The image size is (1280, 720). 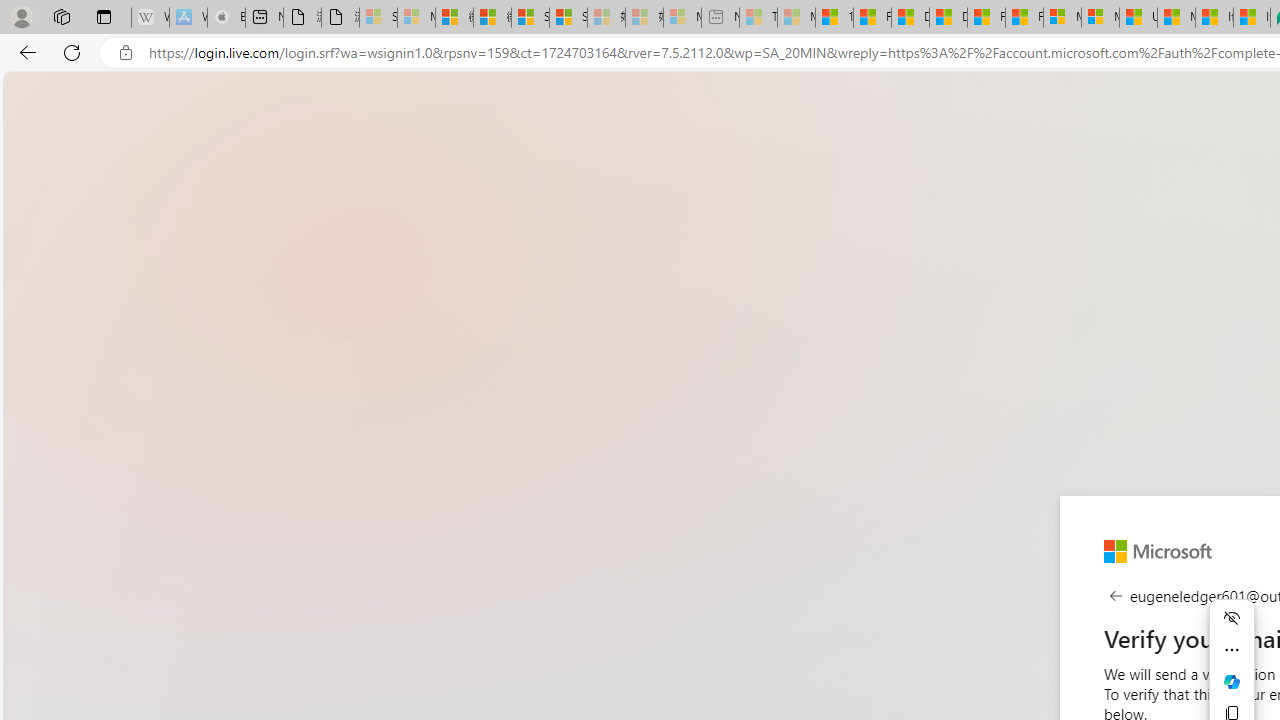 What do you see at coordinates (757, 17) in the screenshot?
I see `'Top Stories - MSN - Sleeping'` at bounding box center [757, 17].